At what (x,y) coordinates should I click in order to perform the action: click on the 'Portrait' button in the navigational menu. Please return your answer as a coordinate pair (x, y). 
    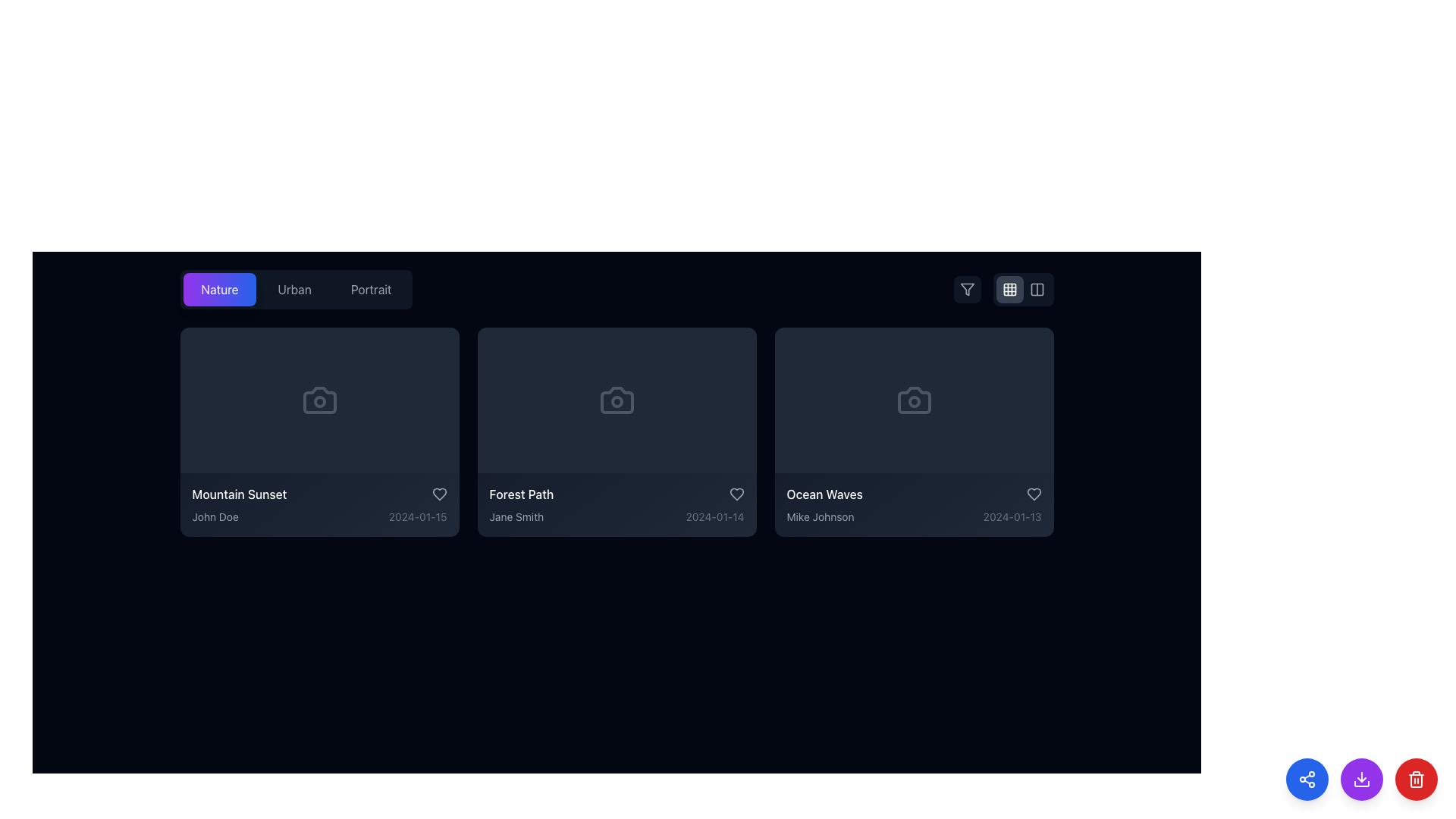
    Looking at the image, I should click on (296, 289).